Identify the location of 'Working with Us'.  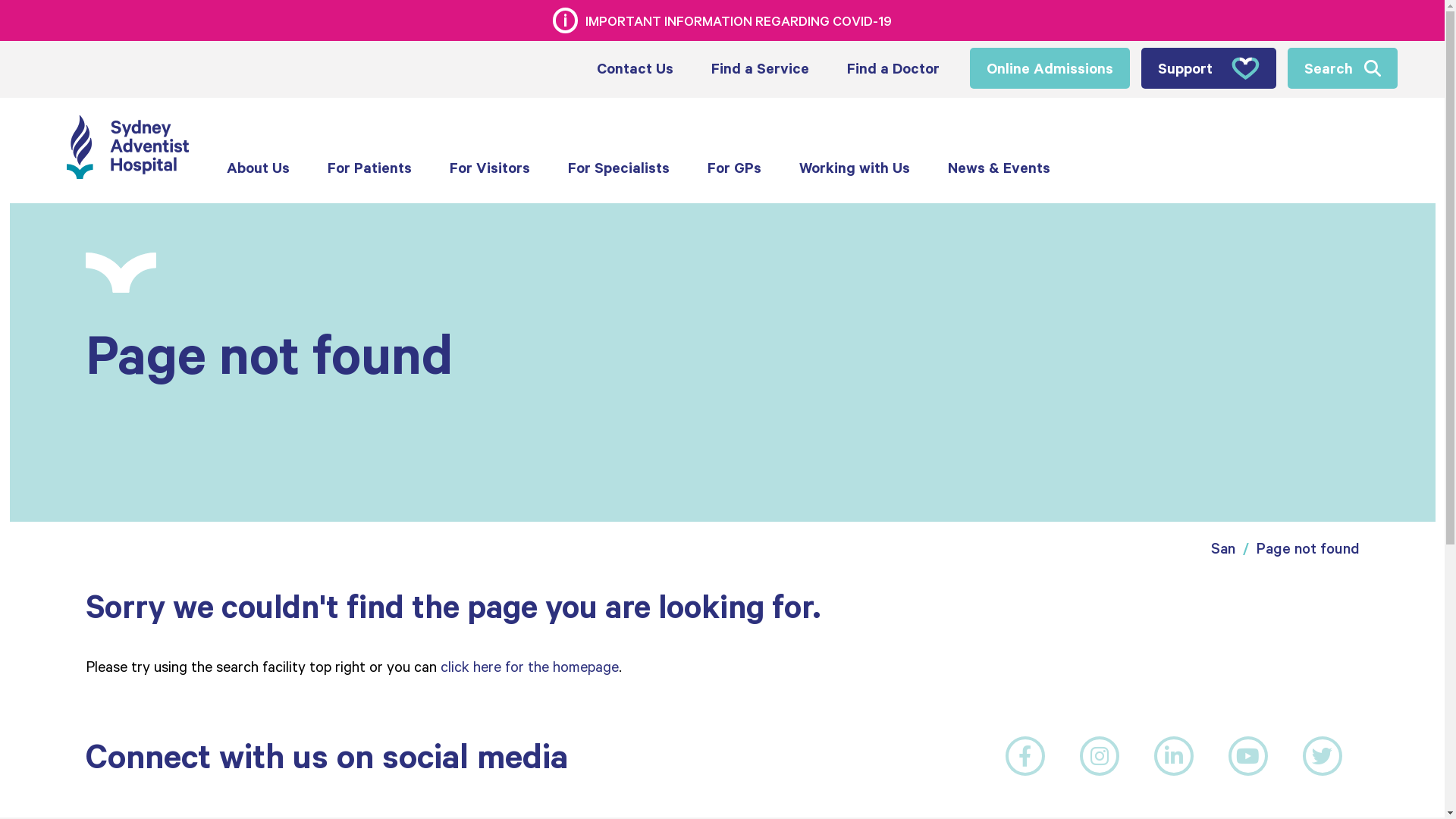
(855, 168).